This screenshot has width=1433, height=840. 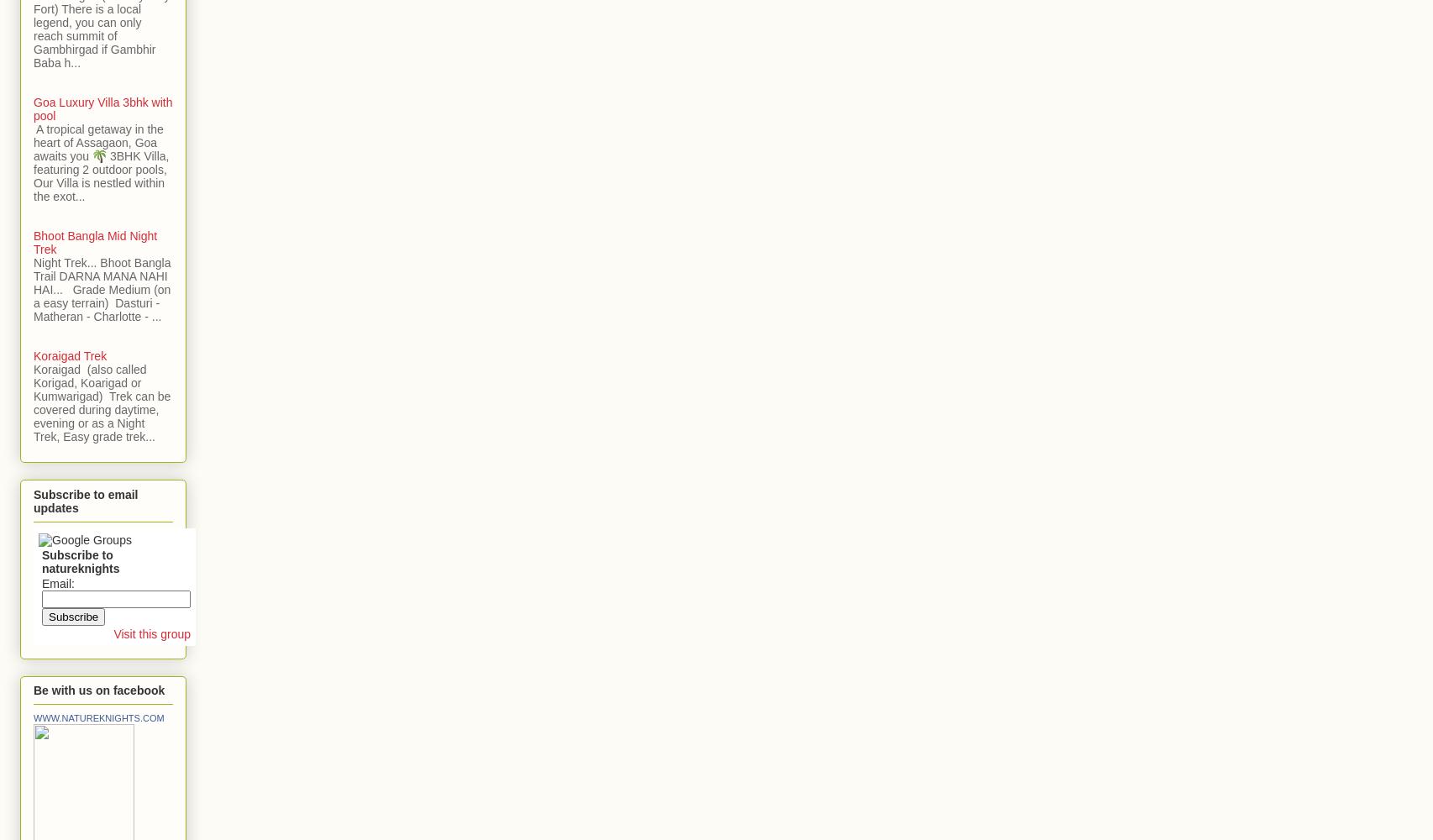 What do you see at coordinates (33, 402) in the screenshot?
I see `'Koraigad  (also called Korigad, Koarigad or Kumwarigad)    Trek can be covered during daytime, evening or as a Night Trek, Easy grade trek...'` at bounding box center [33, 402].